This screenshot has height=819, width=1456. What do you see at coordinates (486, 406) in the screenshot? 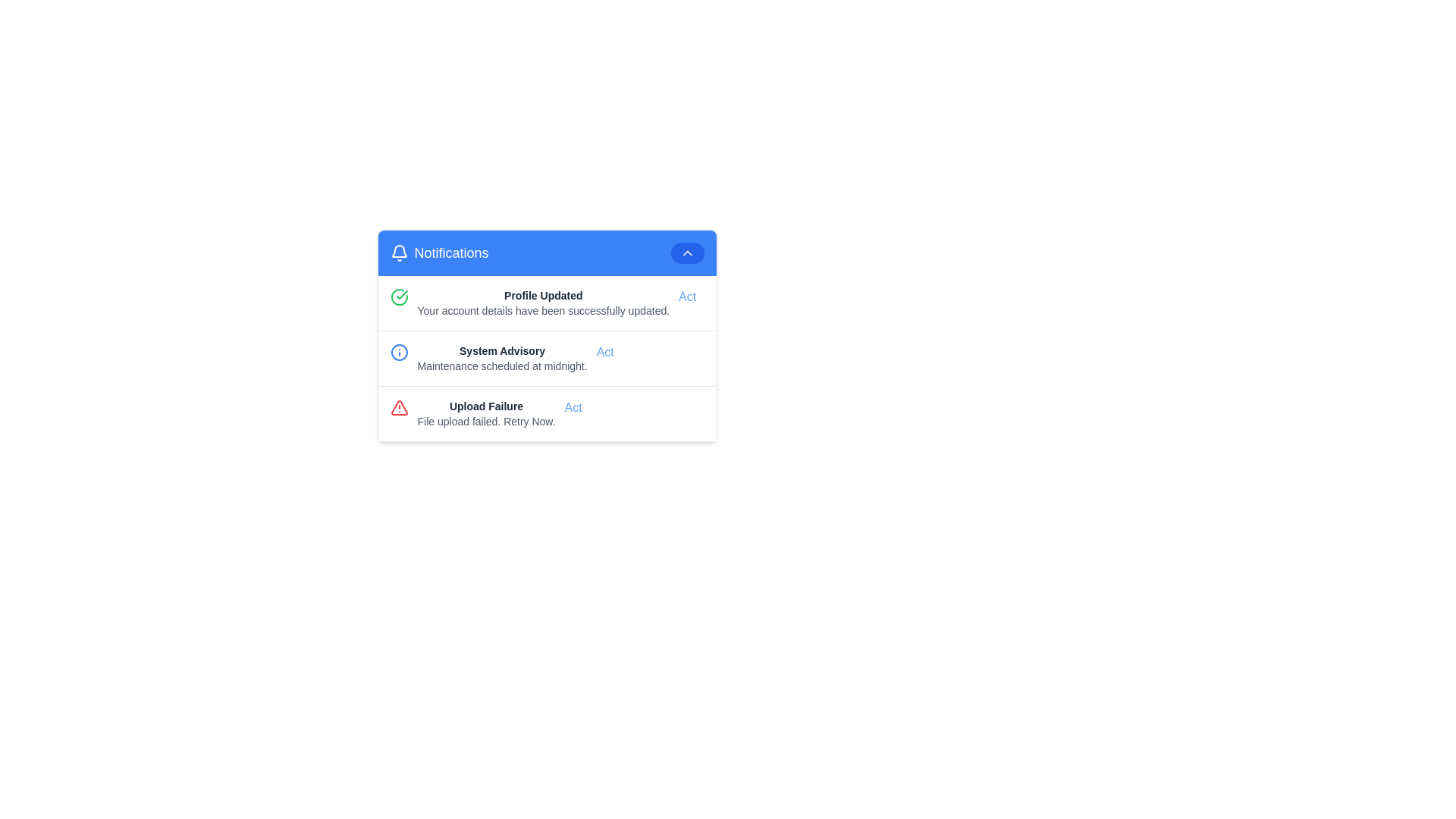
I see `the text label displaying 'Upload Failure' which is bold and dark gray, located in the notification about an upload failure` at bounding box center [486, 406].